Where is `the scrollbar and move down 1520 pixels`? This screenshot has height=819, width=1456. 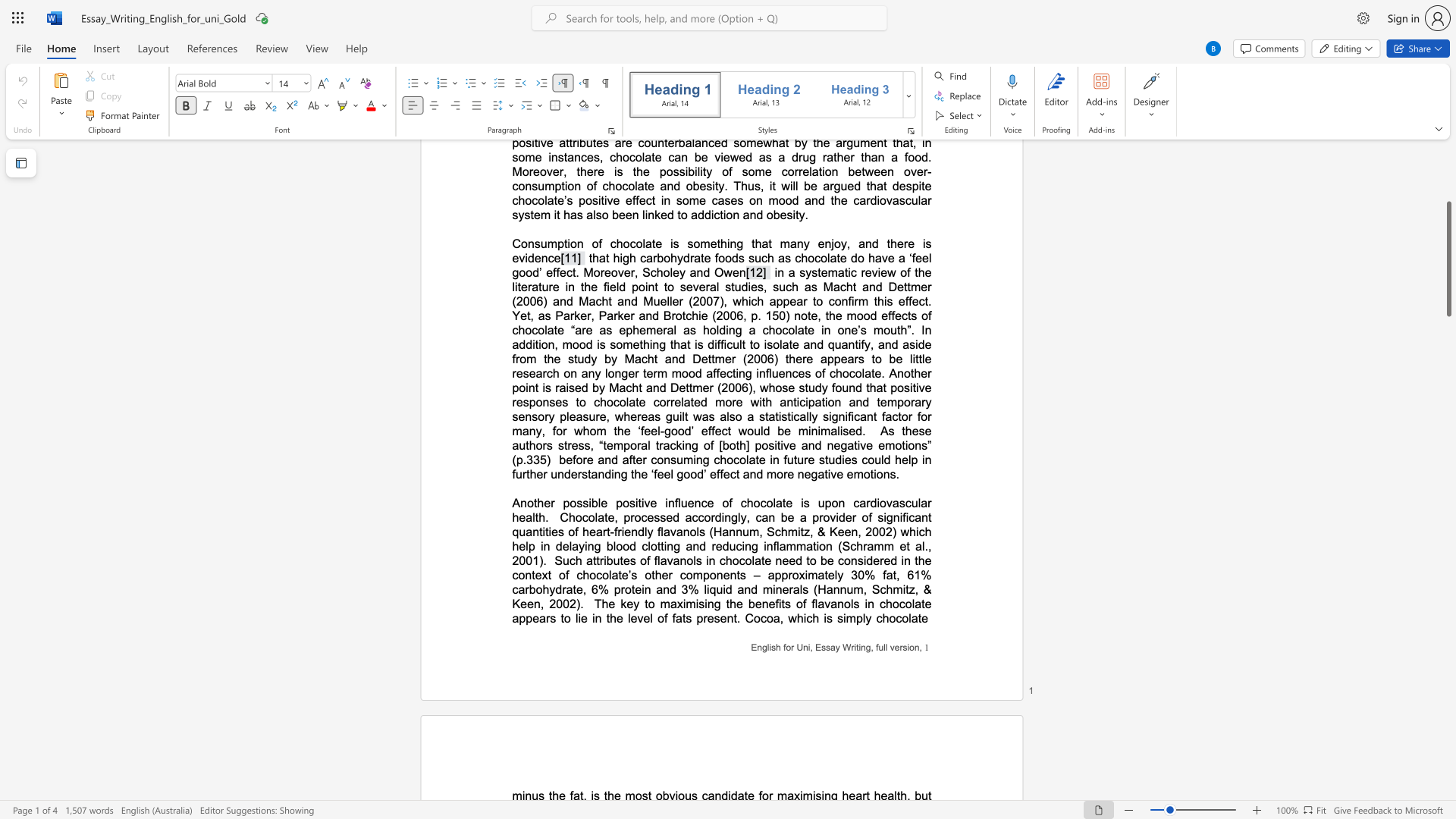 the scrollbar and move down 1520 pixels is located at coordinates (1448, 258).